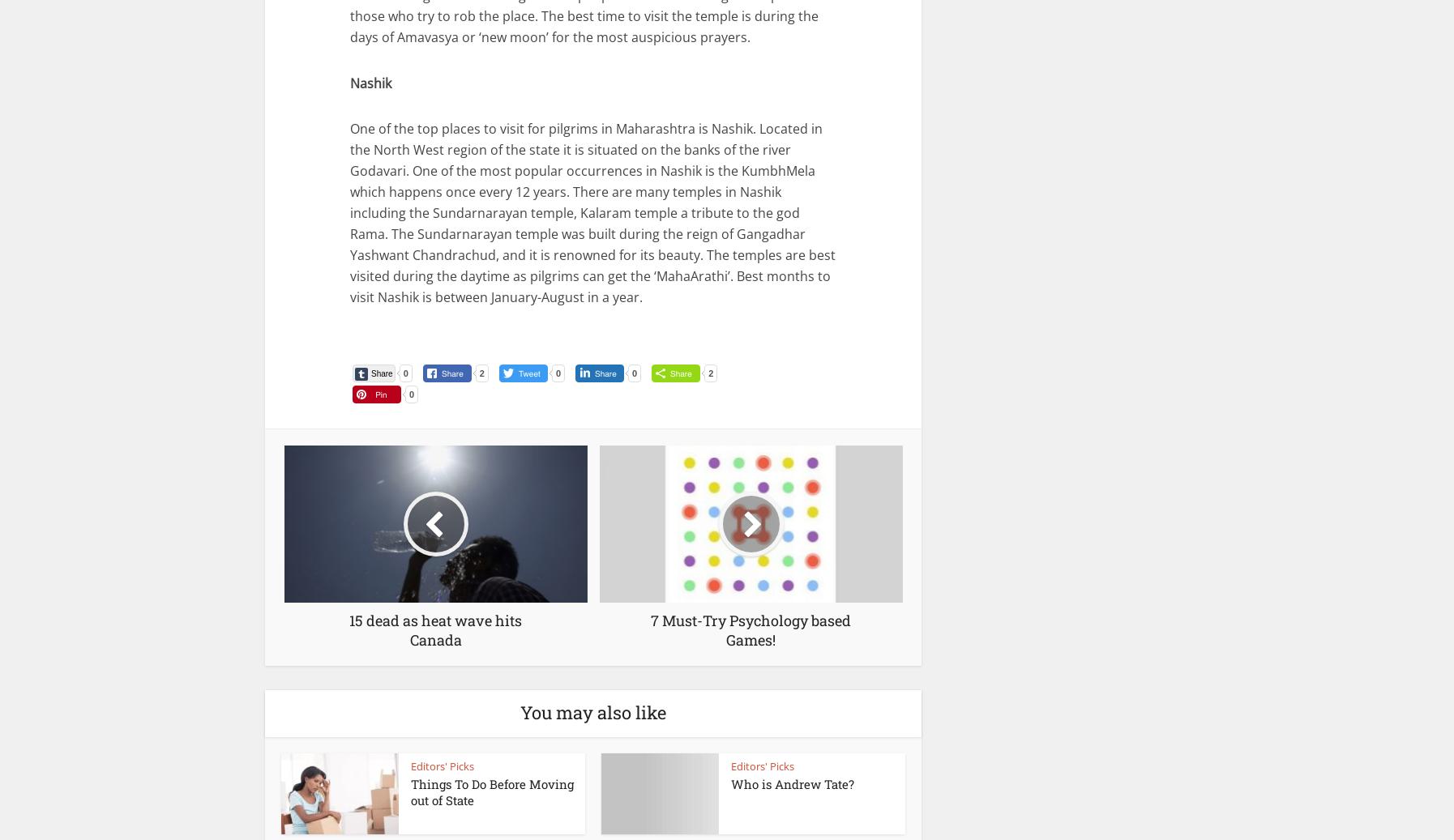 The width and height of the screenshot is (1454, 840). I want to click on 'Things To Do Before Moving out of State', so click(492, 791).